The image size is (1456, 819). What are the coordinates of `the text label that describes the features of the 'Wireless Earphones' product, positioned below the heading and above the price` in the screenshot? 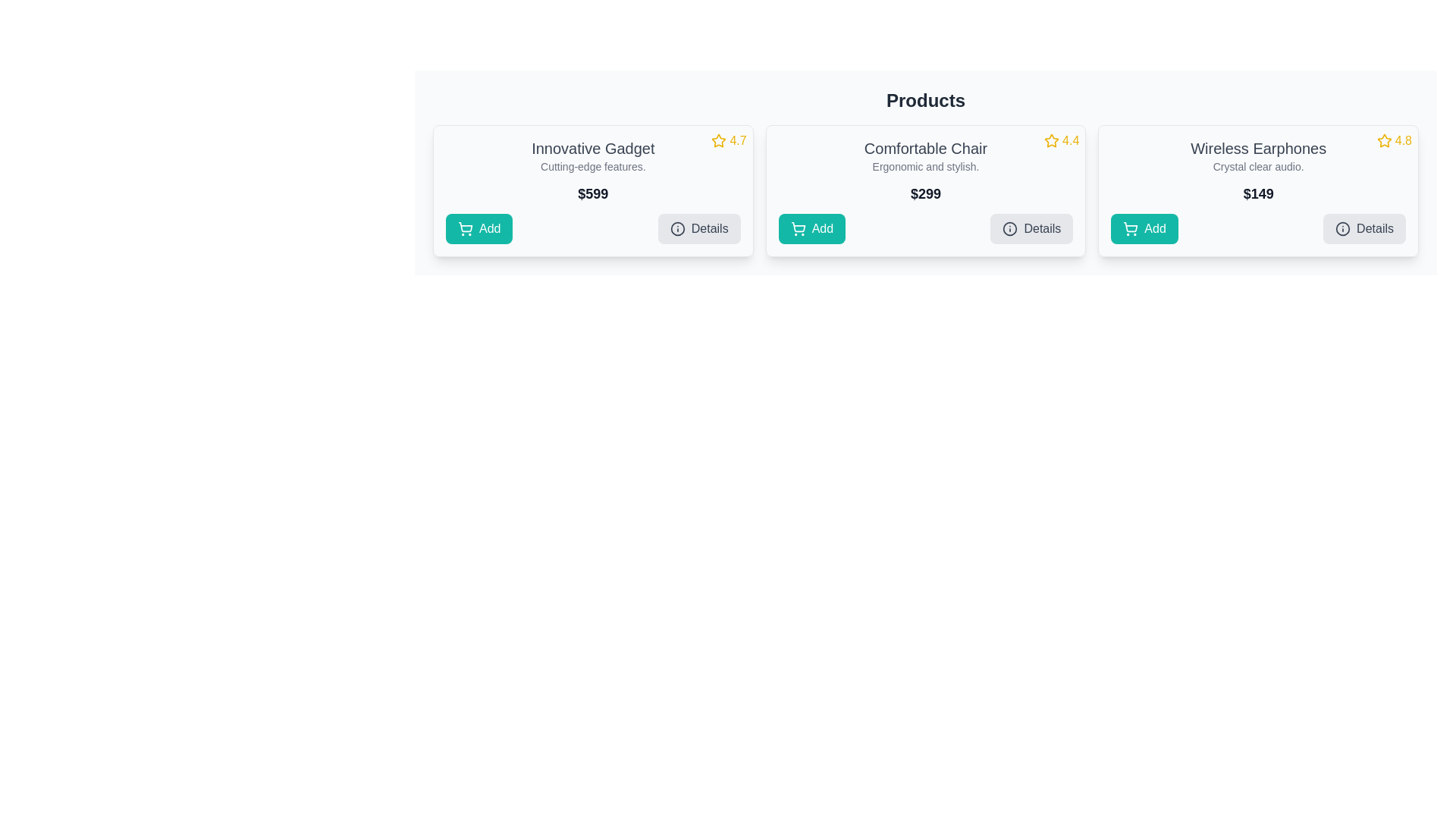 It's located at (1258, 166).